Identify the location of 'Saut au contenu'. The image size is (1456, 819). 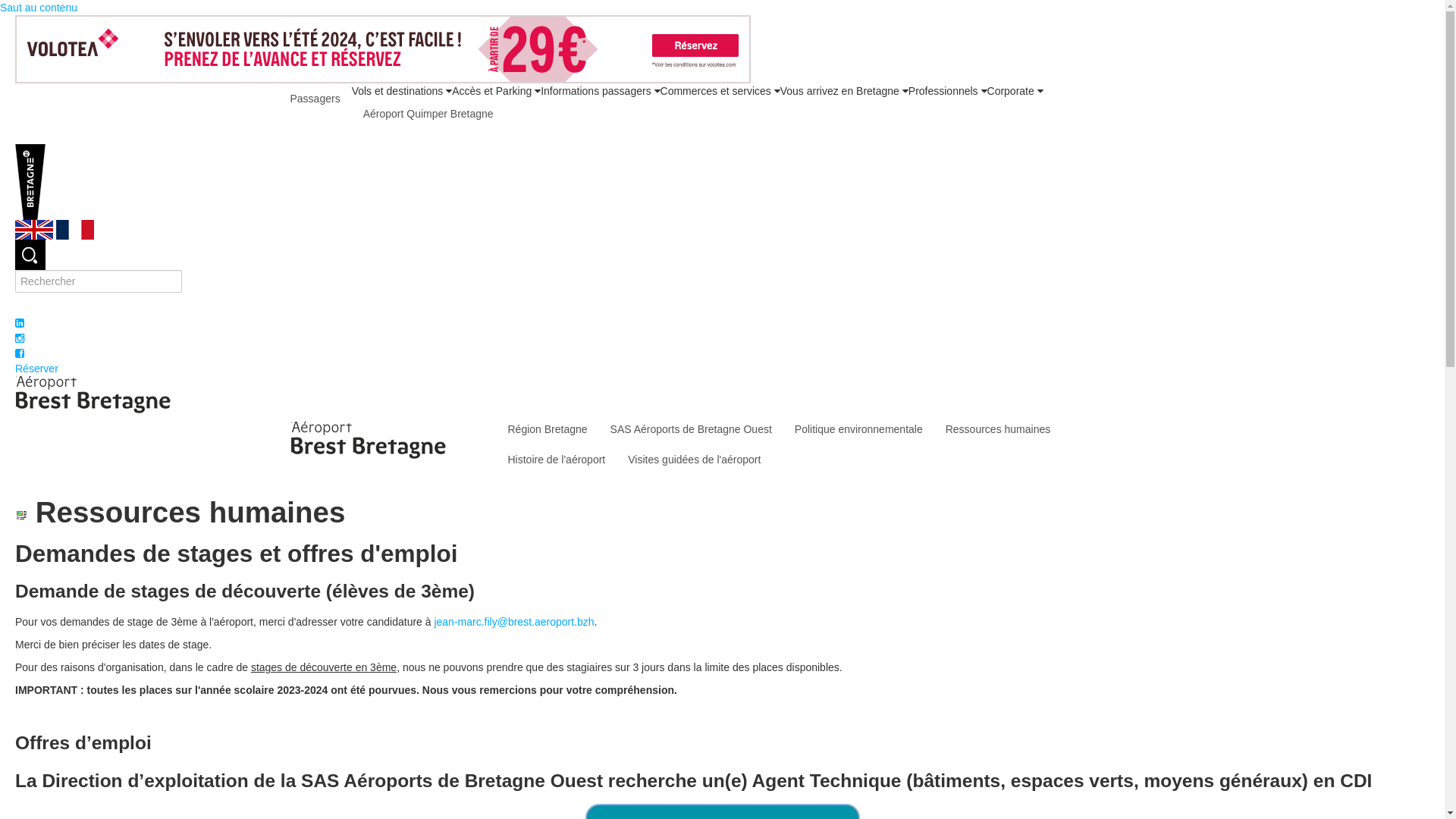
(39, 8).